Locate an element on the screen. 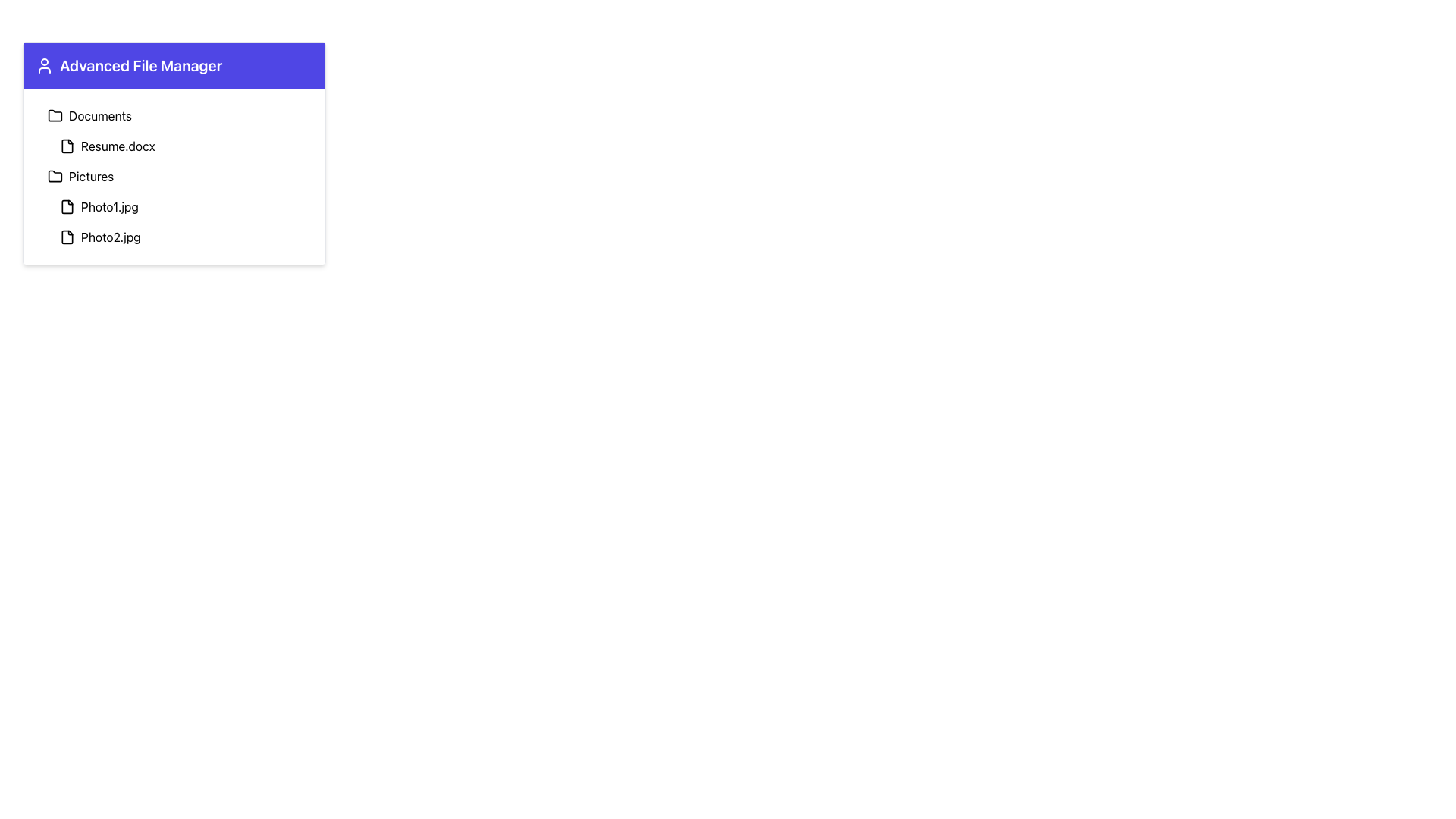 The image size is (1456, 819). the file type icon next to the text labeled 'Photo1.jpg' in the file manager interface is located at coordinates (67, 207).